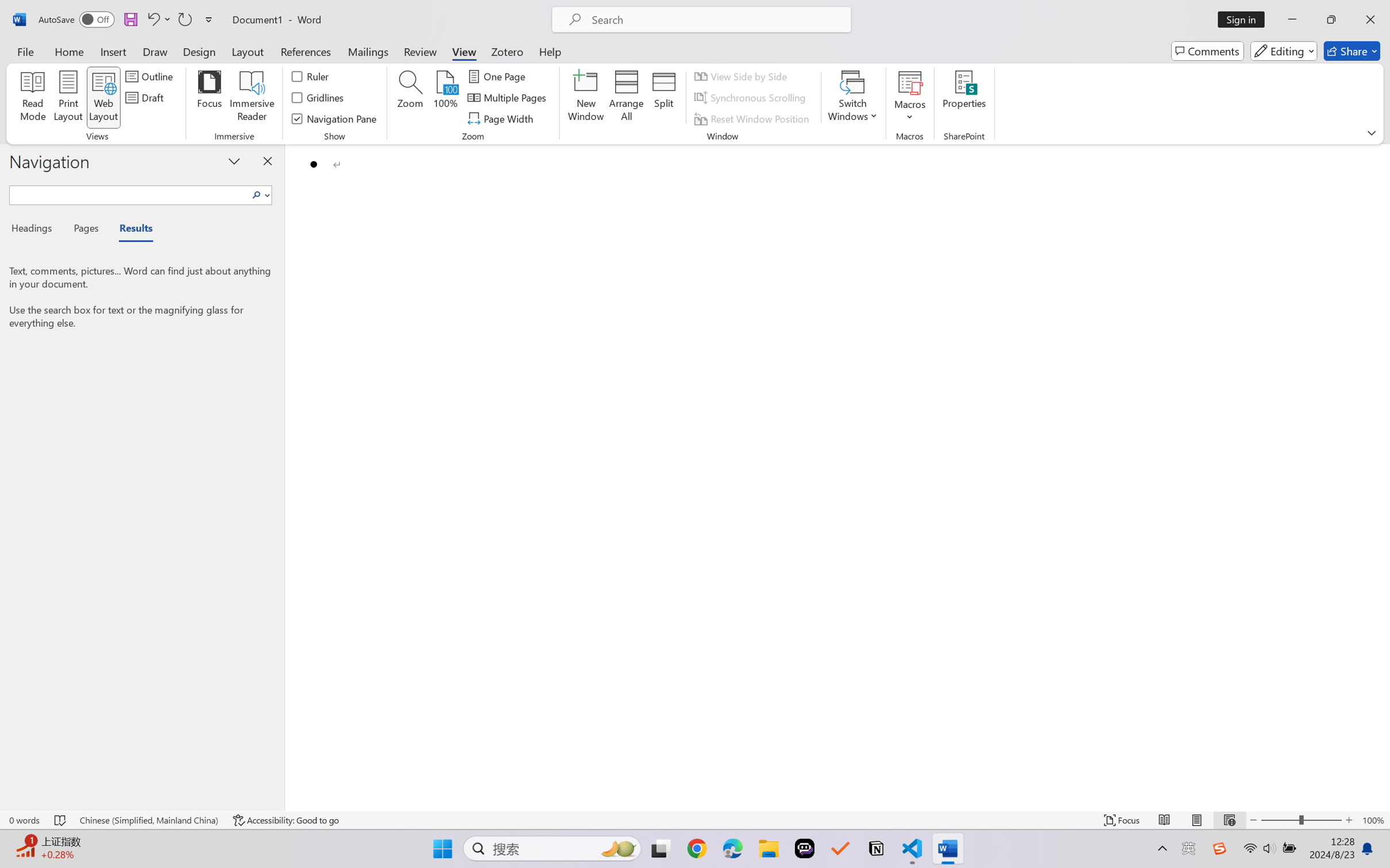 The image size is (1390, 868). Describe the element at coordinates (742, 75) in the screenshot. I see `'View Side by Side'` at that location.